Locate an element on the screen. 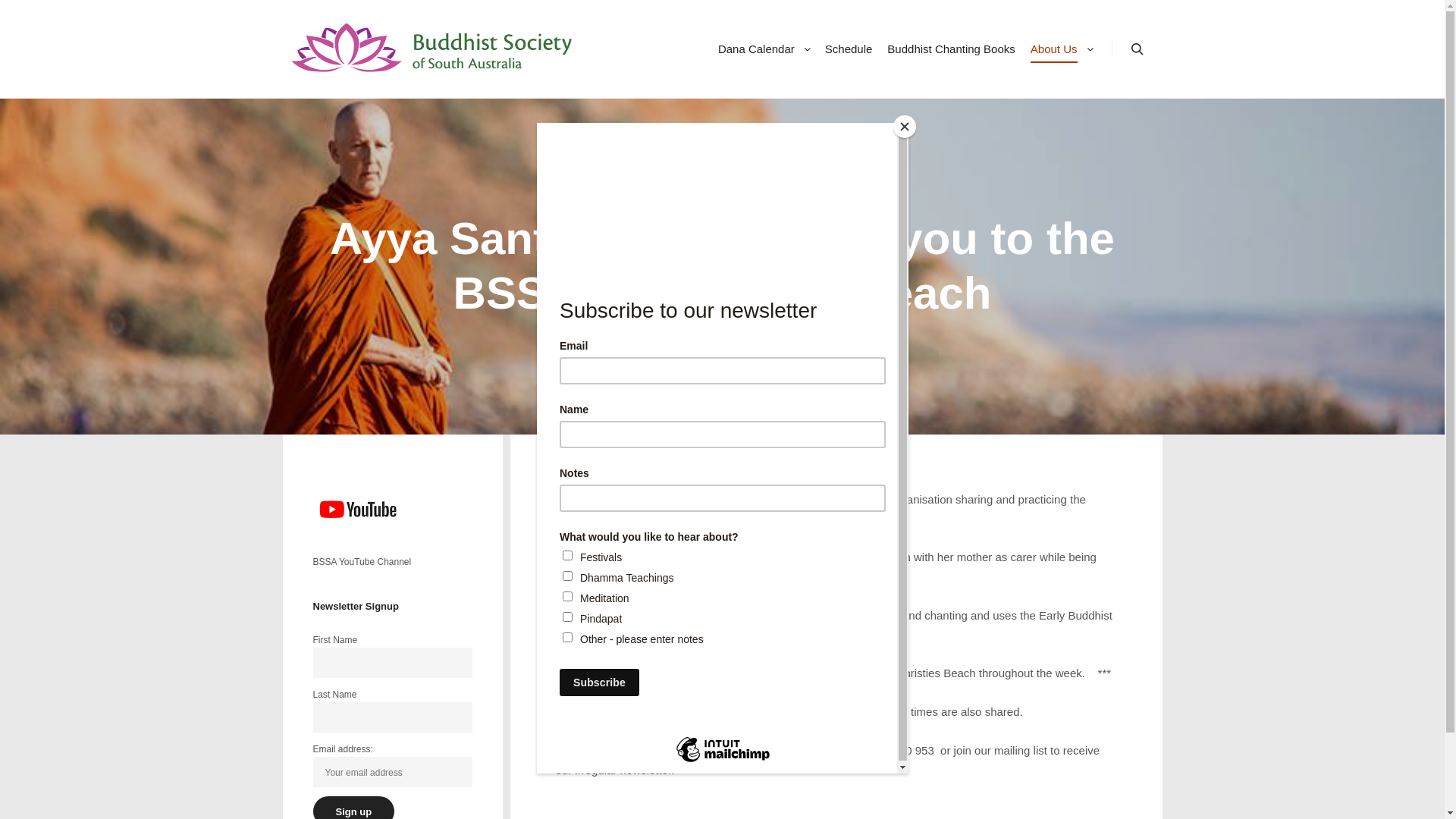 Image resolution: width=1456 pixels, height=819 pixels. 'Buddhist Chanting Books' is located at coordinates (949, 48).